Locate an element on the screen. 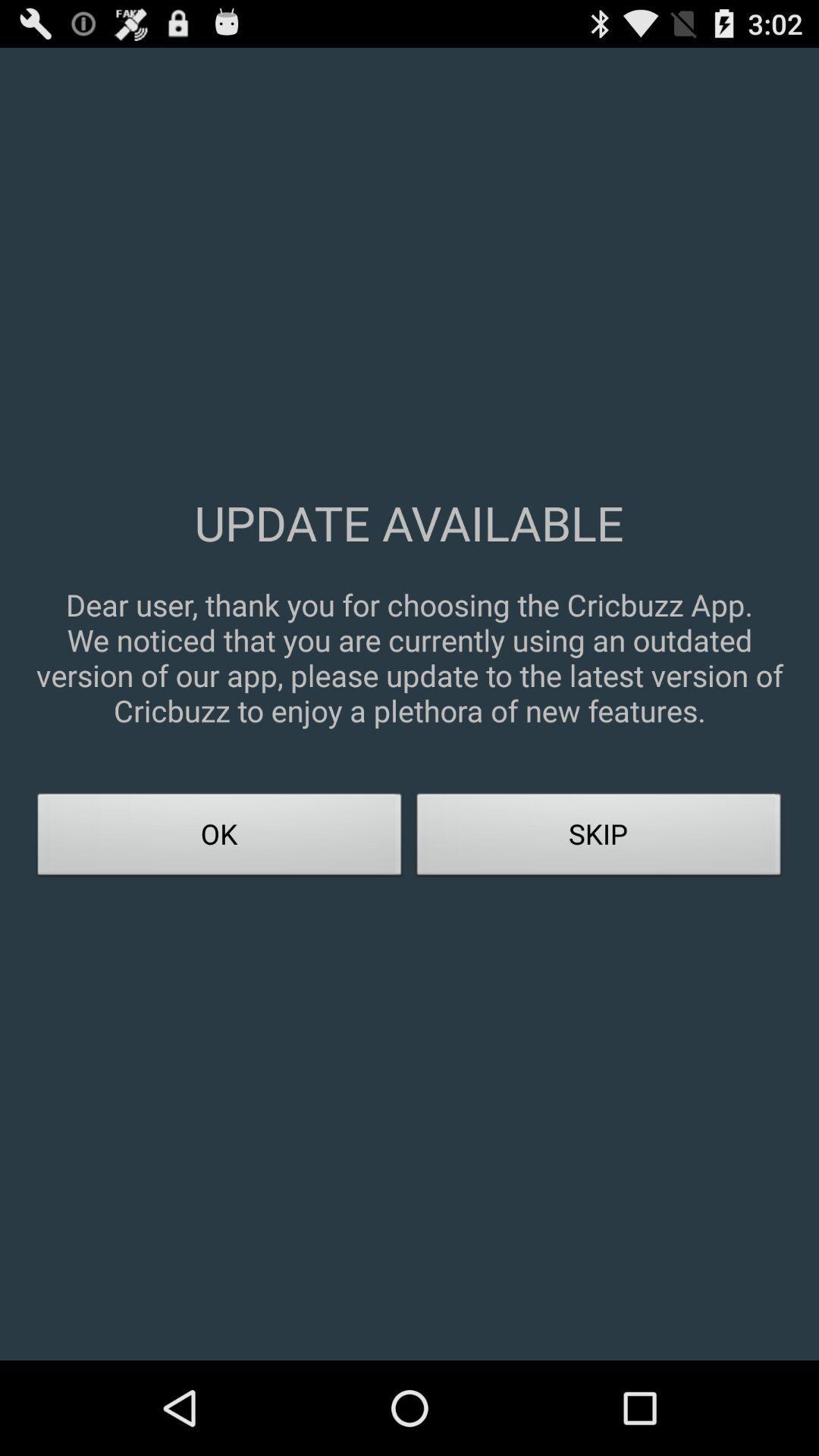  the icon next to ok is located at coordinates (598, 838).